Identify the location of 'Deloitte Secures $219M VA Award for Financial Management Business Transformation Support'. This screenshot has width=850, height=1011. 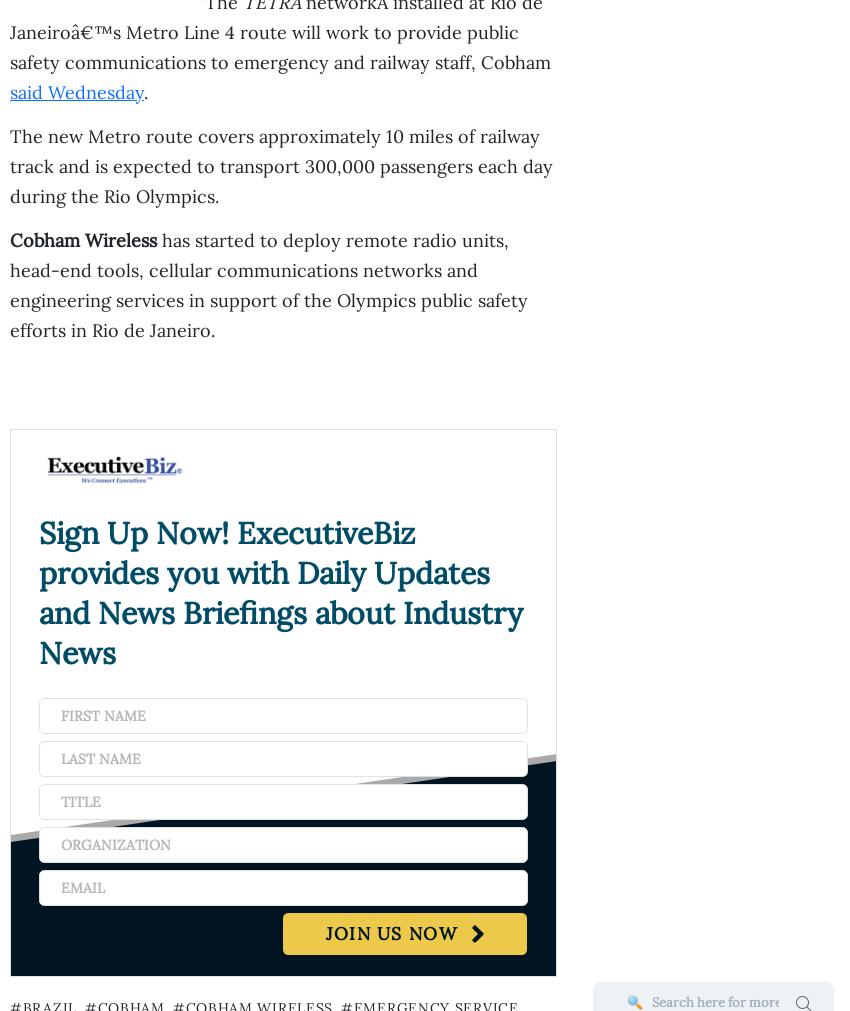
(422, 36).